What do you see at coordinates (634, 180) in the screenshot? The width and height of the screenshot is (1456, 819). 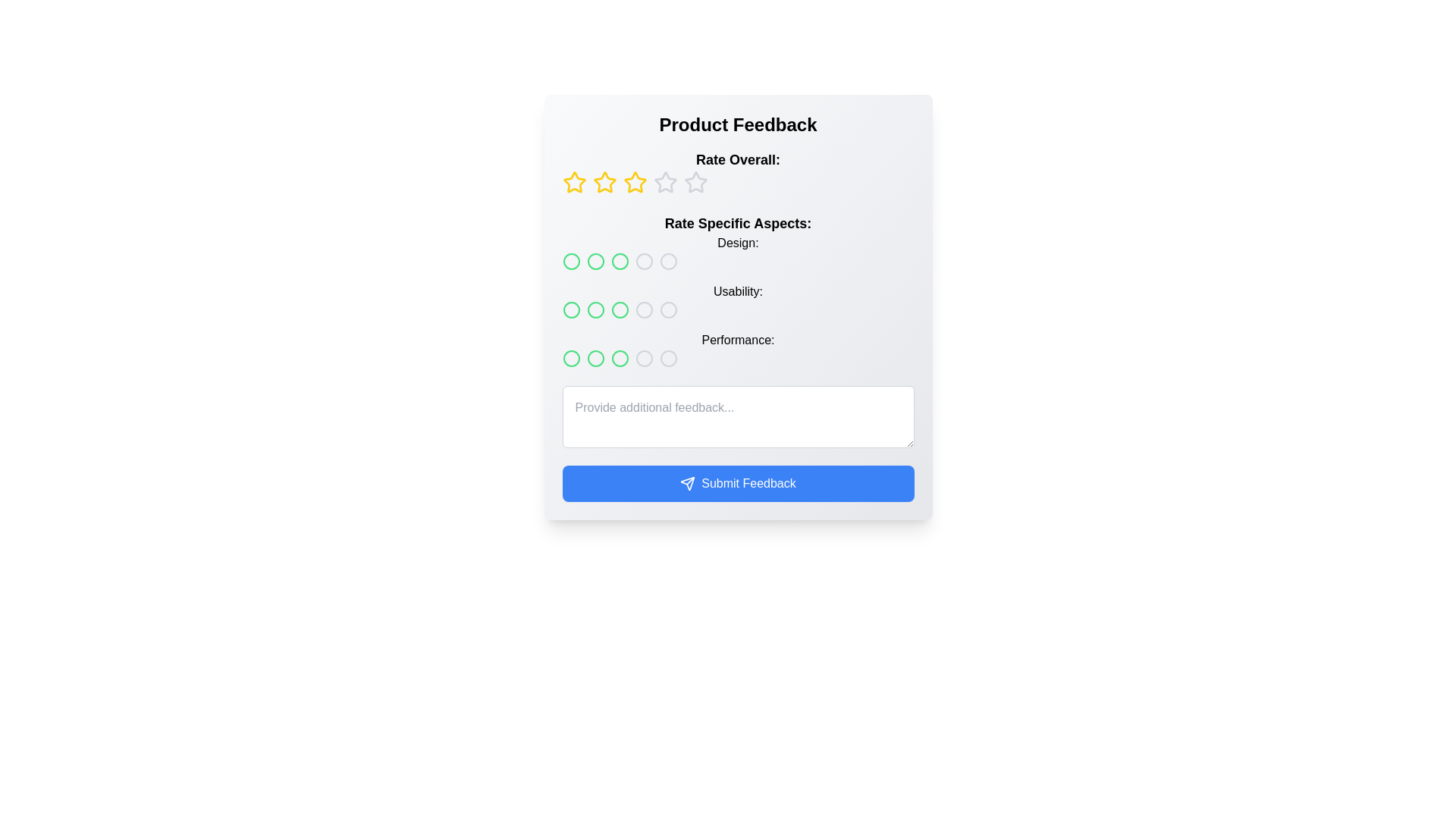 I see `the third star icon with a hollow yellow outline` at bounding box center [634, 180].